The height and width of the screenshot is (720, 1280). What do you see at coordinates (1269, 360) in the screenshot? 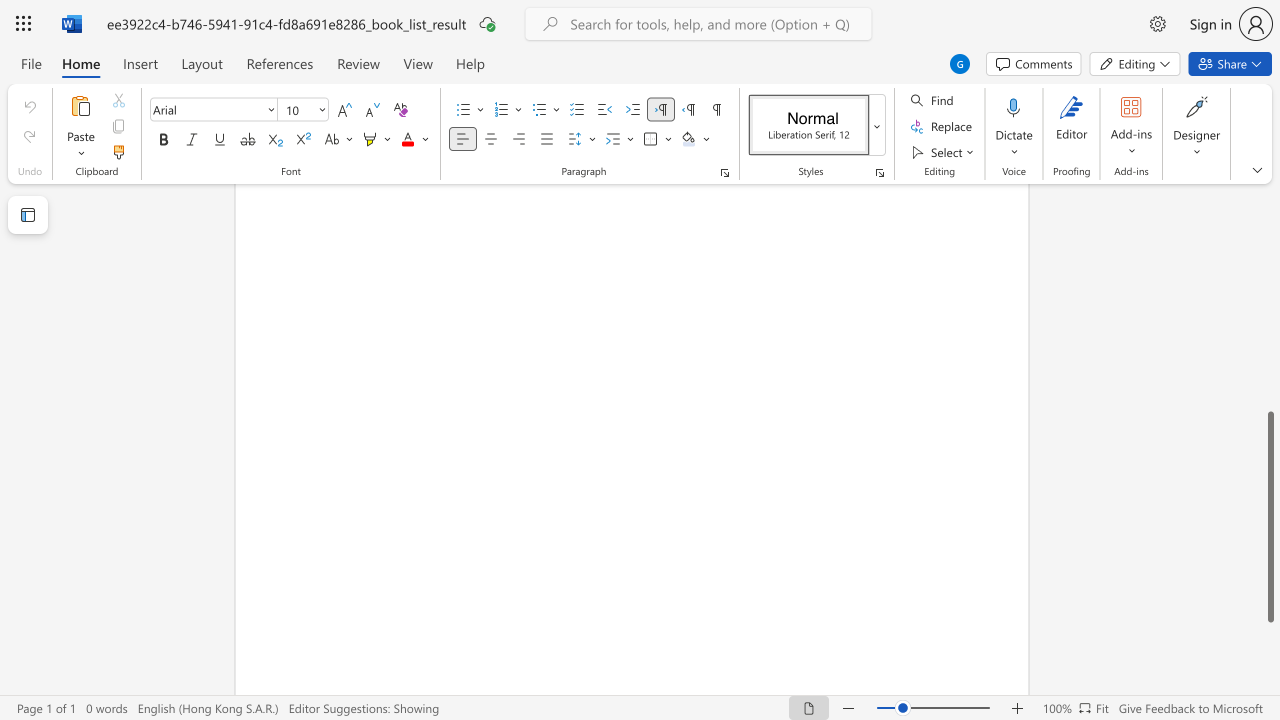
I see `the vertical scrollbar to raise the page content` at bounding box center [1269, 360].